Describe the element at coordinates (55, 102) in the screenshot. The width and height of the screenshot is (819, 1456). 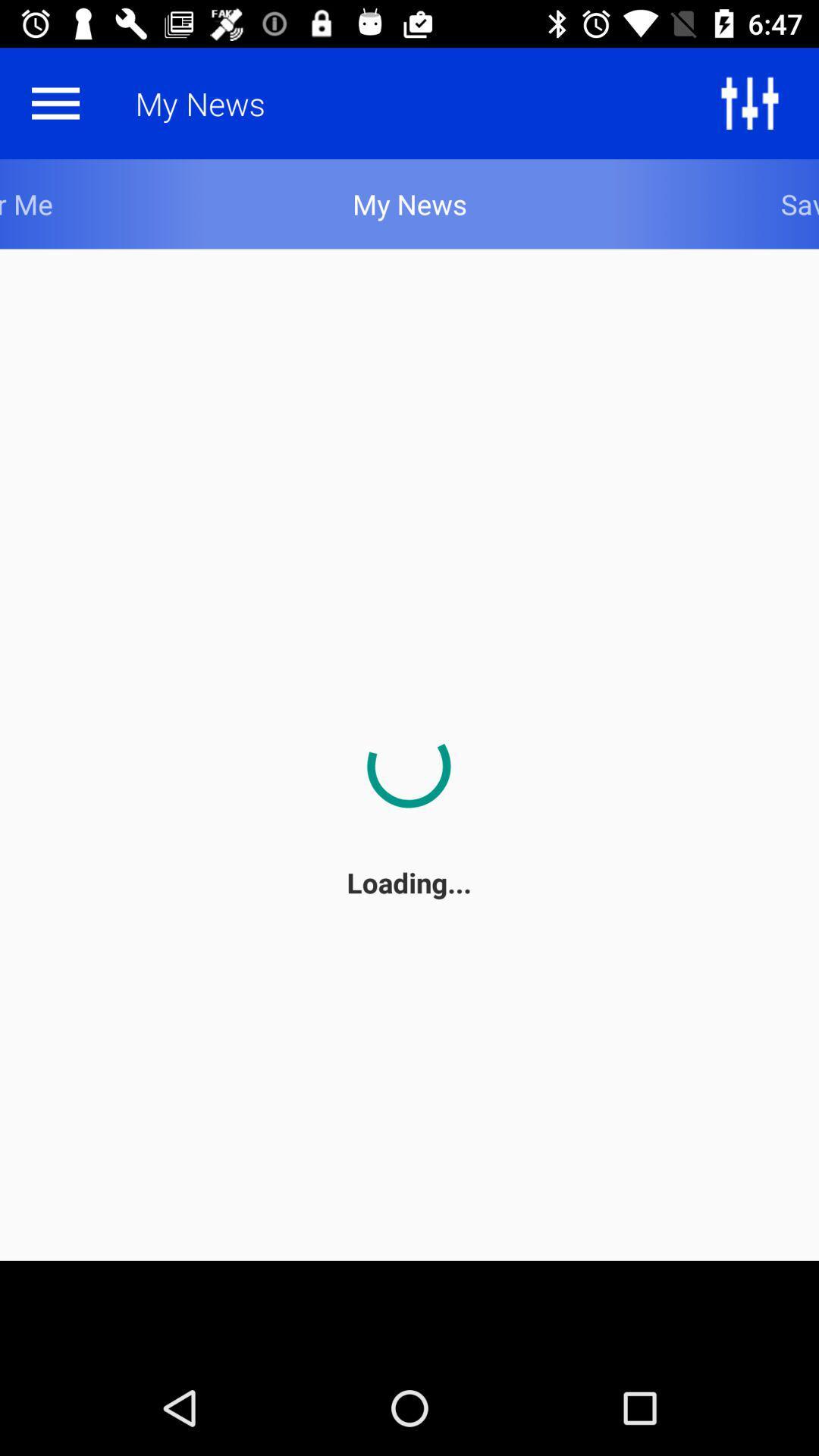
I see `the menu icon` at that location.